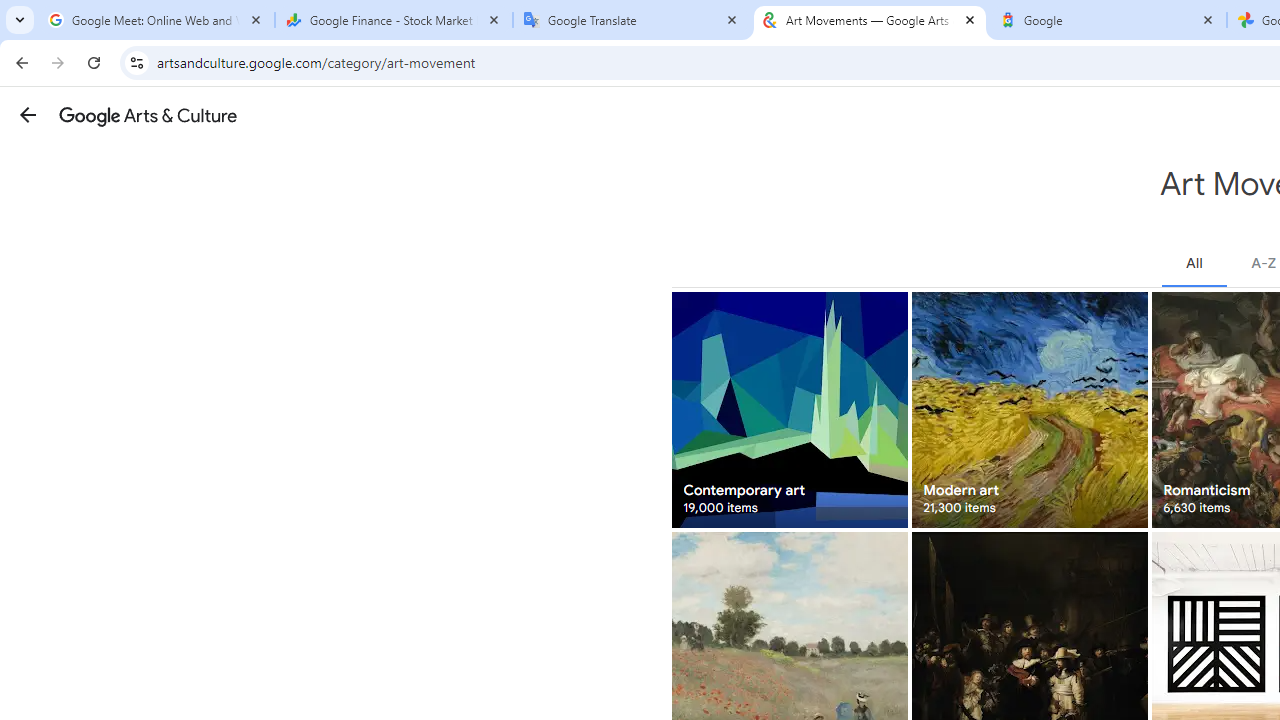  Describe the element at coordinates (1194, 262) in the screenshot. I see `'All'` at that location.